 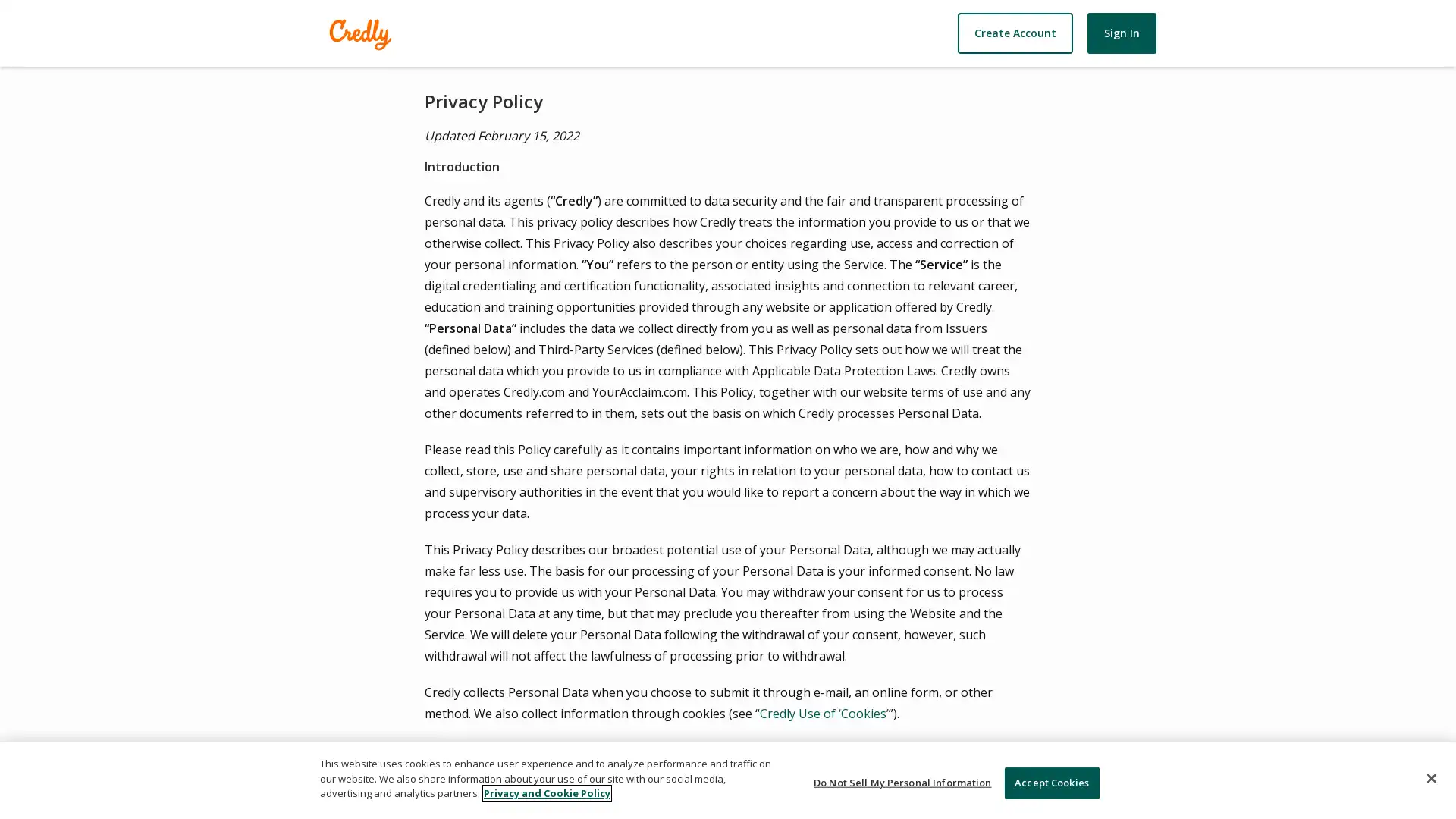 What do you see at coordinates (902, 783) in the screenshot?
I see `Do Not Sell My Personal Information` at bounding box center [902, 783].